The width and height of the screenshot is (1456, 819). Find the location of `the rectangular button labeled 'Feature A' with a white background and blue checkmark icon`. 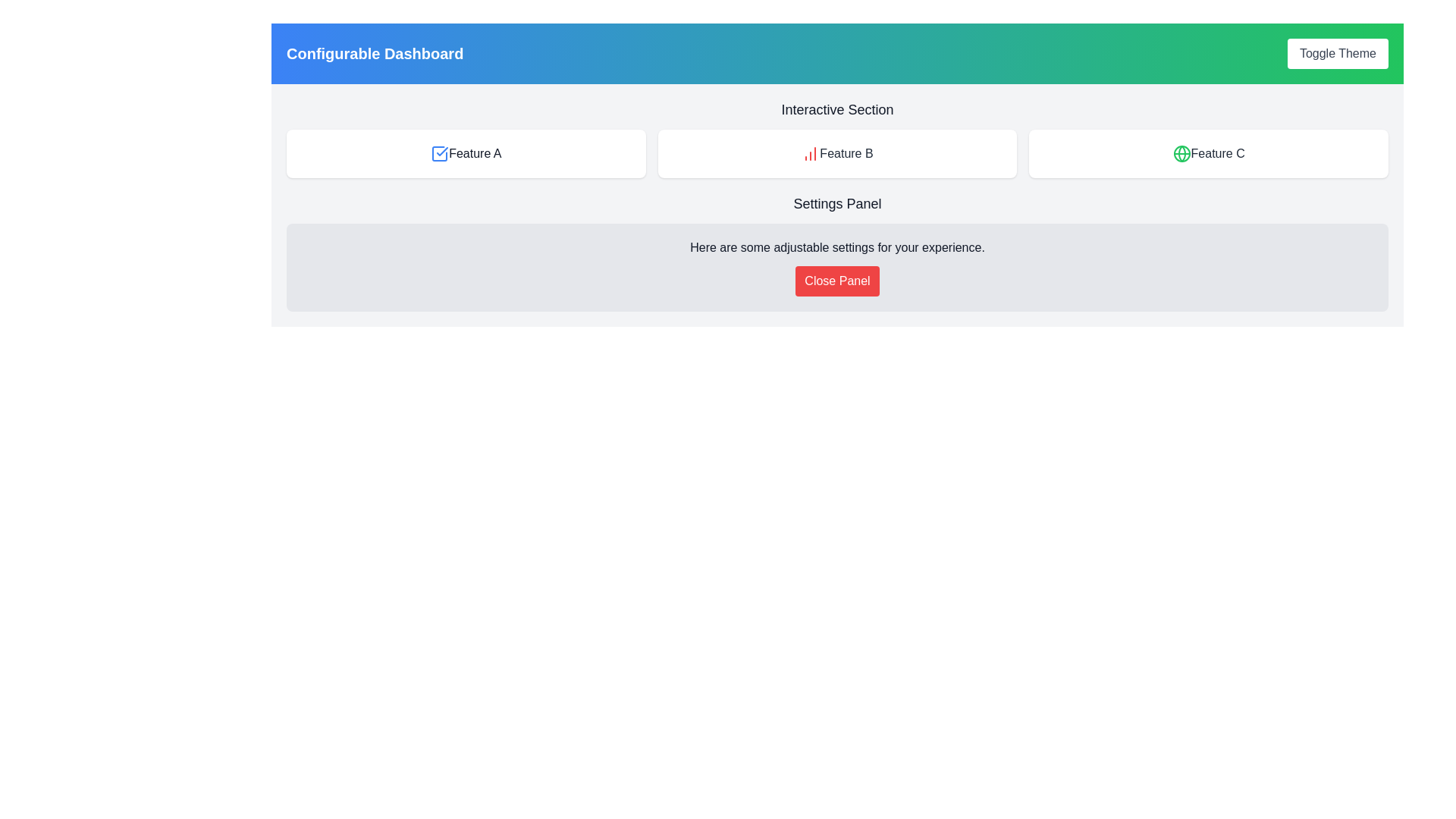

the rectangular button labeled 'Feature A' with a white background and blue checkmark icon is located at coordinates (465, 154).